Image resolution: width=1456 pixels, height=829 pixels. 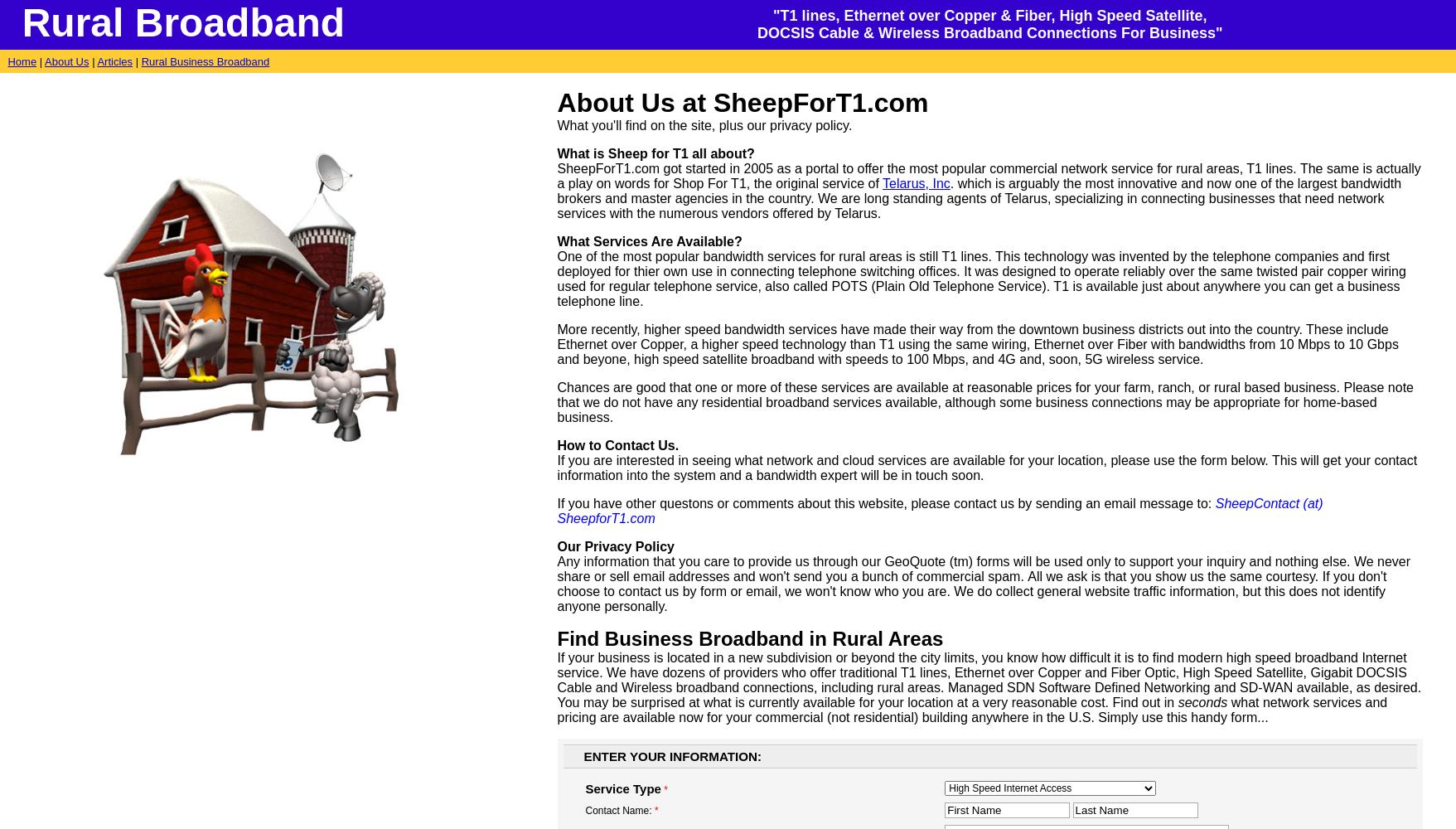 I want to click on 'Chances are good that one or more of these services are available at reasonable prices for your farm, ranch, or rural based business. Please note that we do not have any residential broadband services available, although some business connections may be appropriate for home-based business.', so click(x=984, y=401).